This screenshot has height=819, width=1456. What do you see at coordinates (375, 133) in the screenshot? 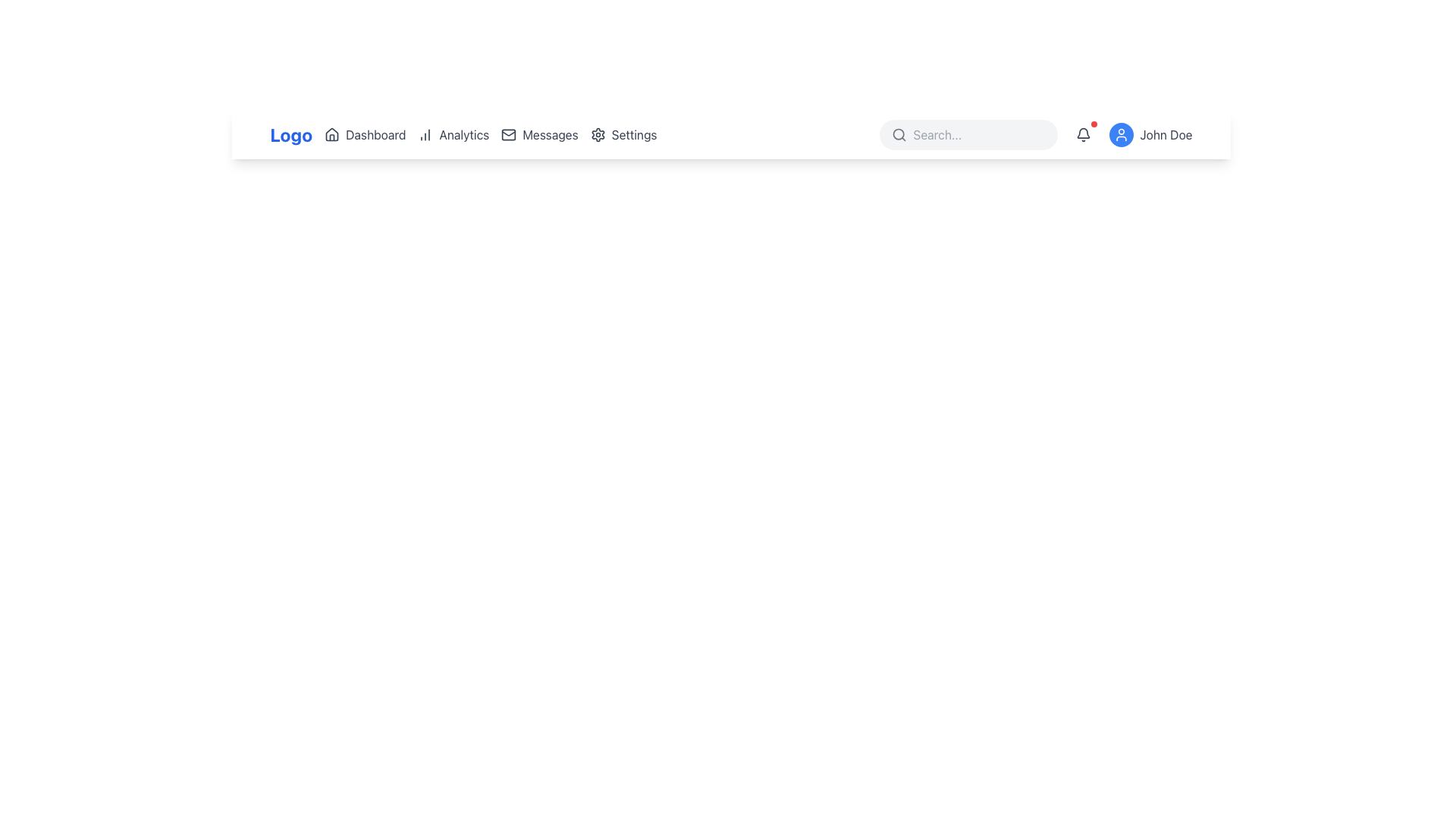
I see `the text label within the navigation link that serves as a link to the dashboard section of the application` at bounding box center [375, 133].